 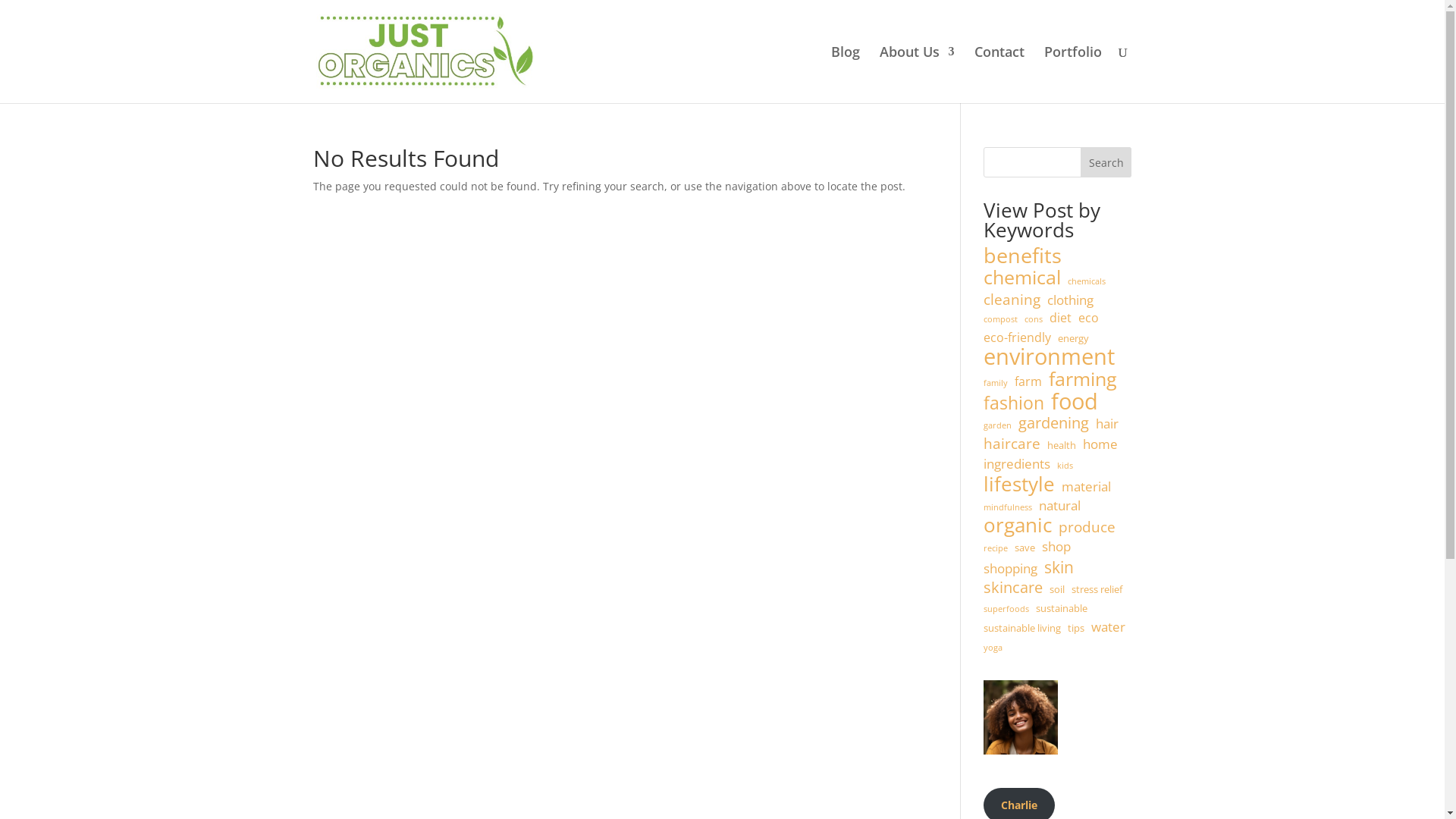 What do you see at coordinates (1010, 568) in the screenshot?
I see `'shopping'` at bounding box center [1010, 568].